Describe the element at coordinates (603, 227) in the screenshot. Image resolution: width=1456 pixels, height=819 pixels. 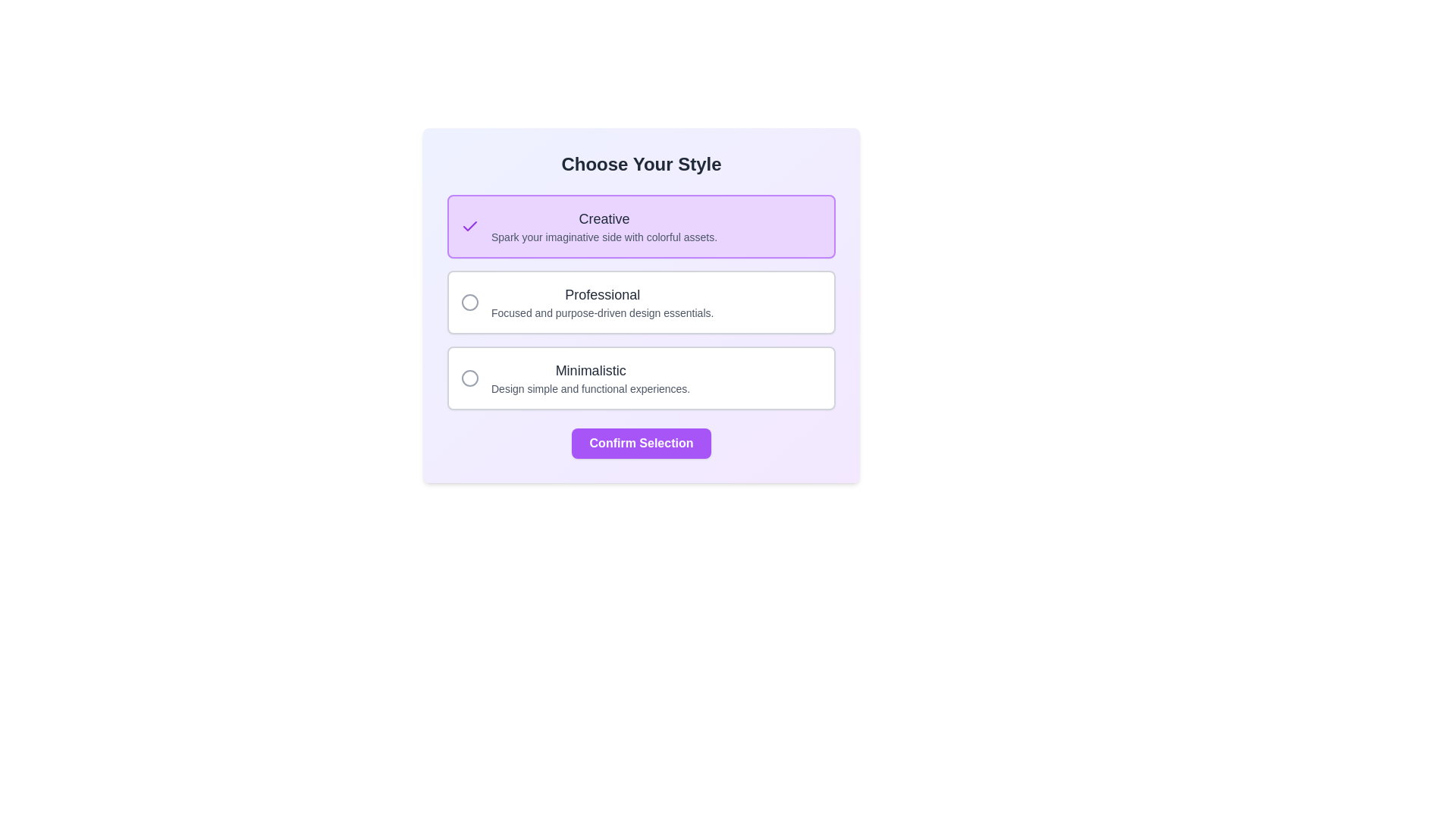
I see `the 'Creative' design style selection option, which is centrally positioned within a card that has a purple background and borders, located at the topmost option of a list` at that location.